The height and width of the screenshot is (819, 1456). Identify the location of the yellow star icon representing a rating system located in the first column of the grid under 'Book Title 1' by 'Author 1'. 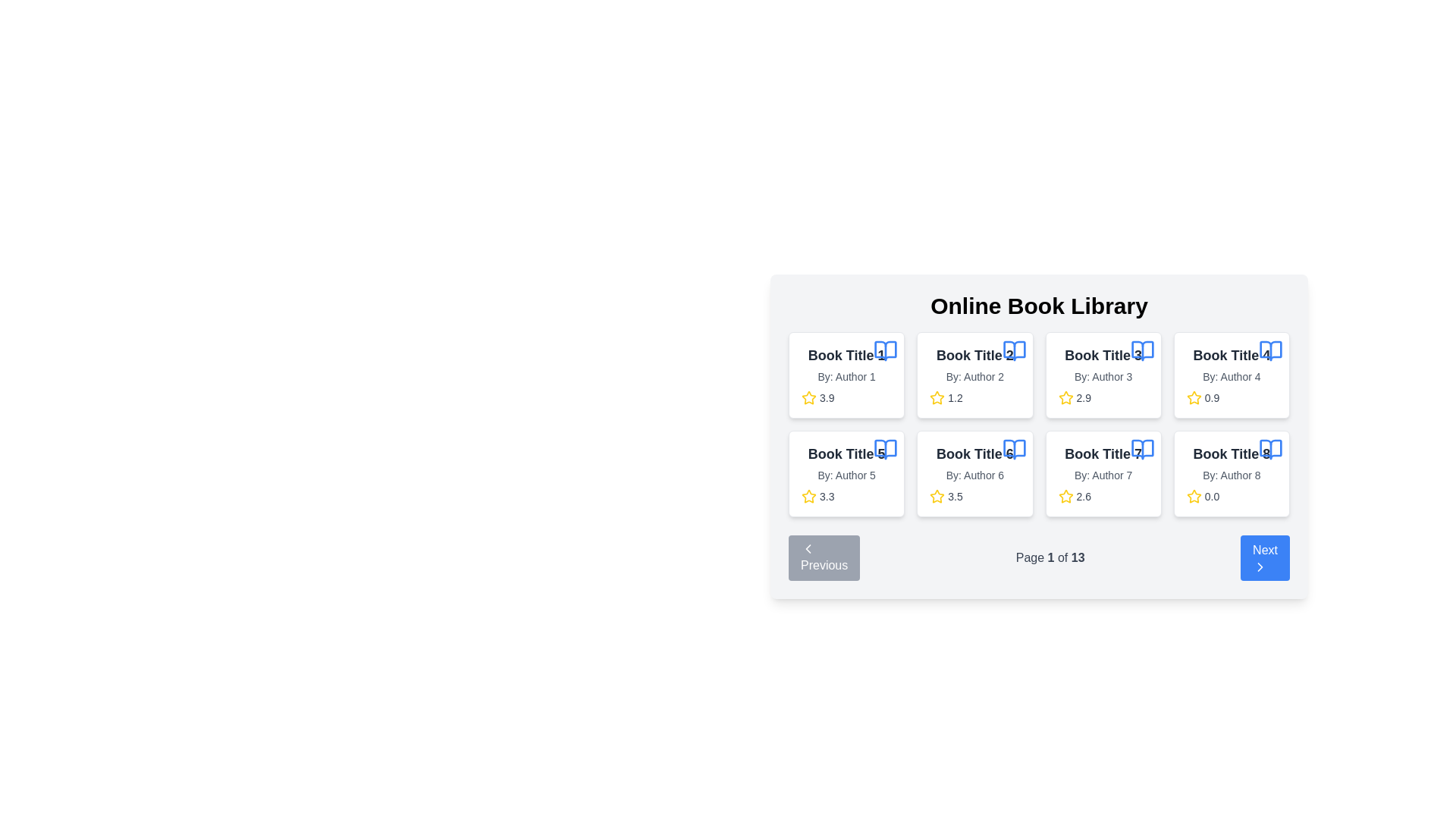
(808, 397).